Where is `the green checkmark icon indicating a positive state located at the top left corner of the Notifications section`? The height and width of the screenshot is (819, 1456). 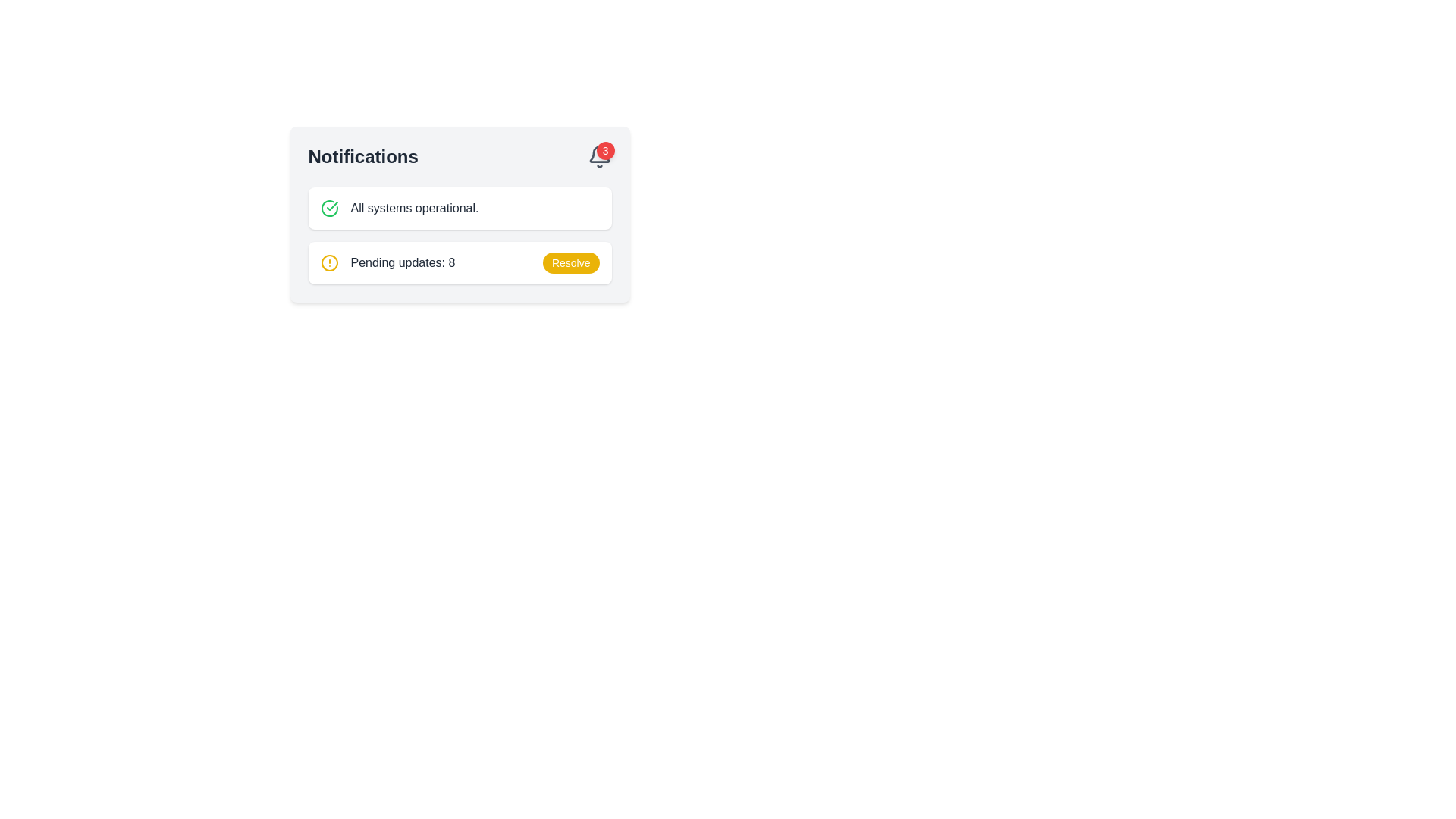
the green checkmark icon indicating a positive state located at the top left corner of the Notifications section is located at coordinates (331, 206).